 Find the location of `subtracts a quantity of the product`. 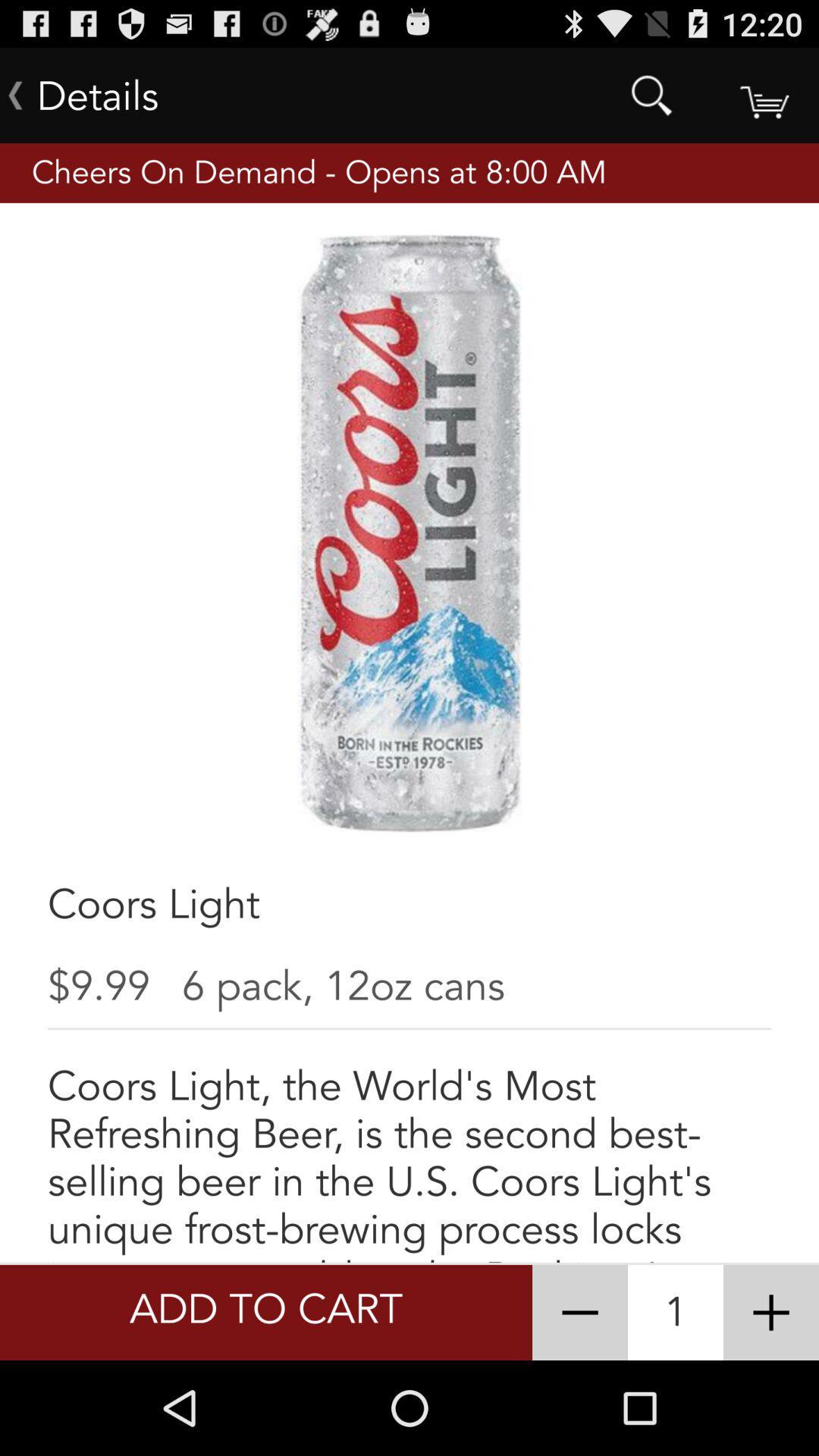

subtracts a quantity of the product is located at coordinates (579, 1312).